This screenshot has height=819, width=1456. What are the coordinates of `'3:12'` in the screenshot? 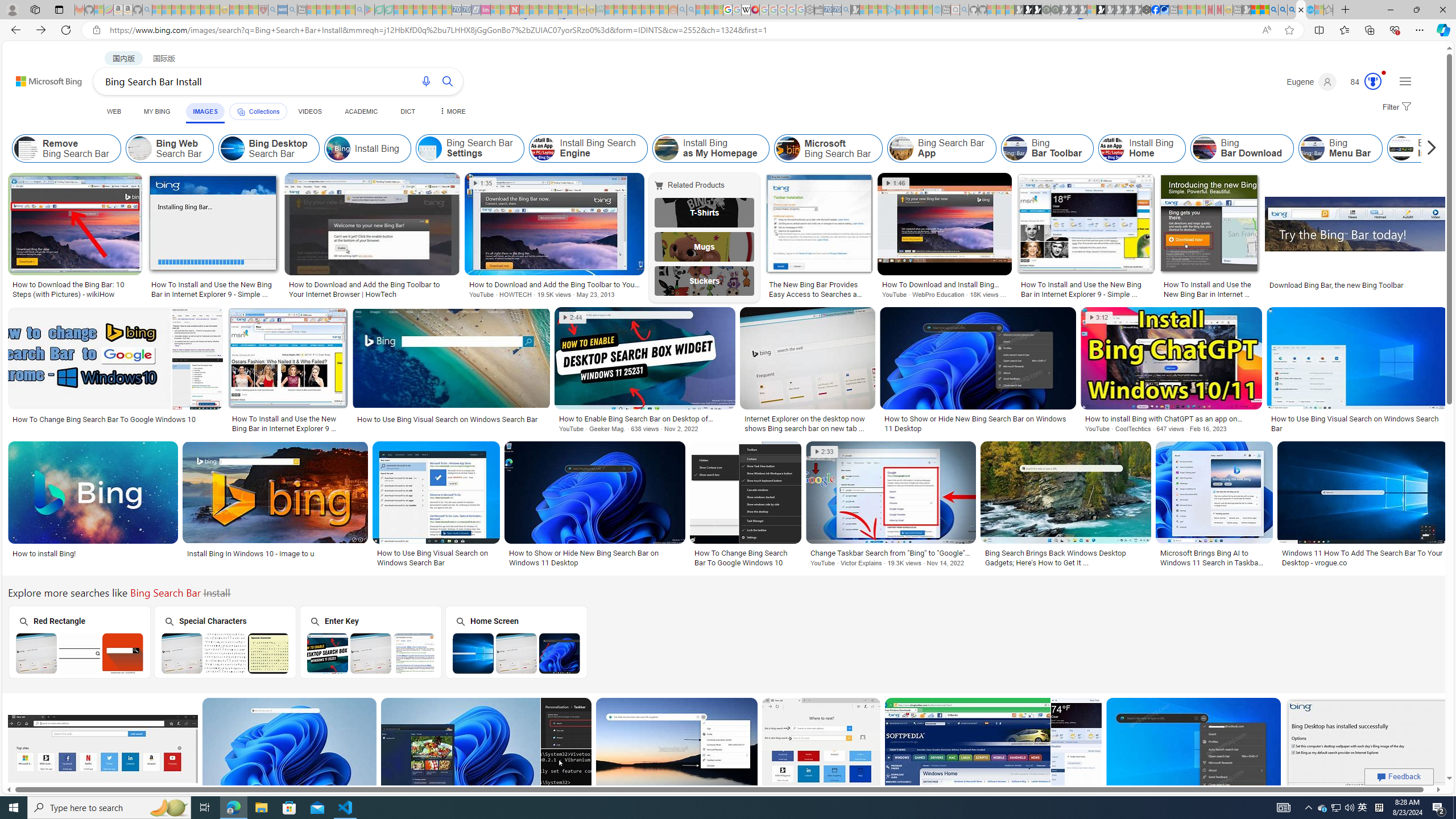 It's located at (1098, 317).